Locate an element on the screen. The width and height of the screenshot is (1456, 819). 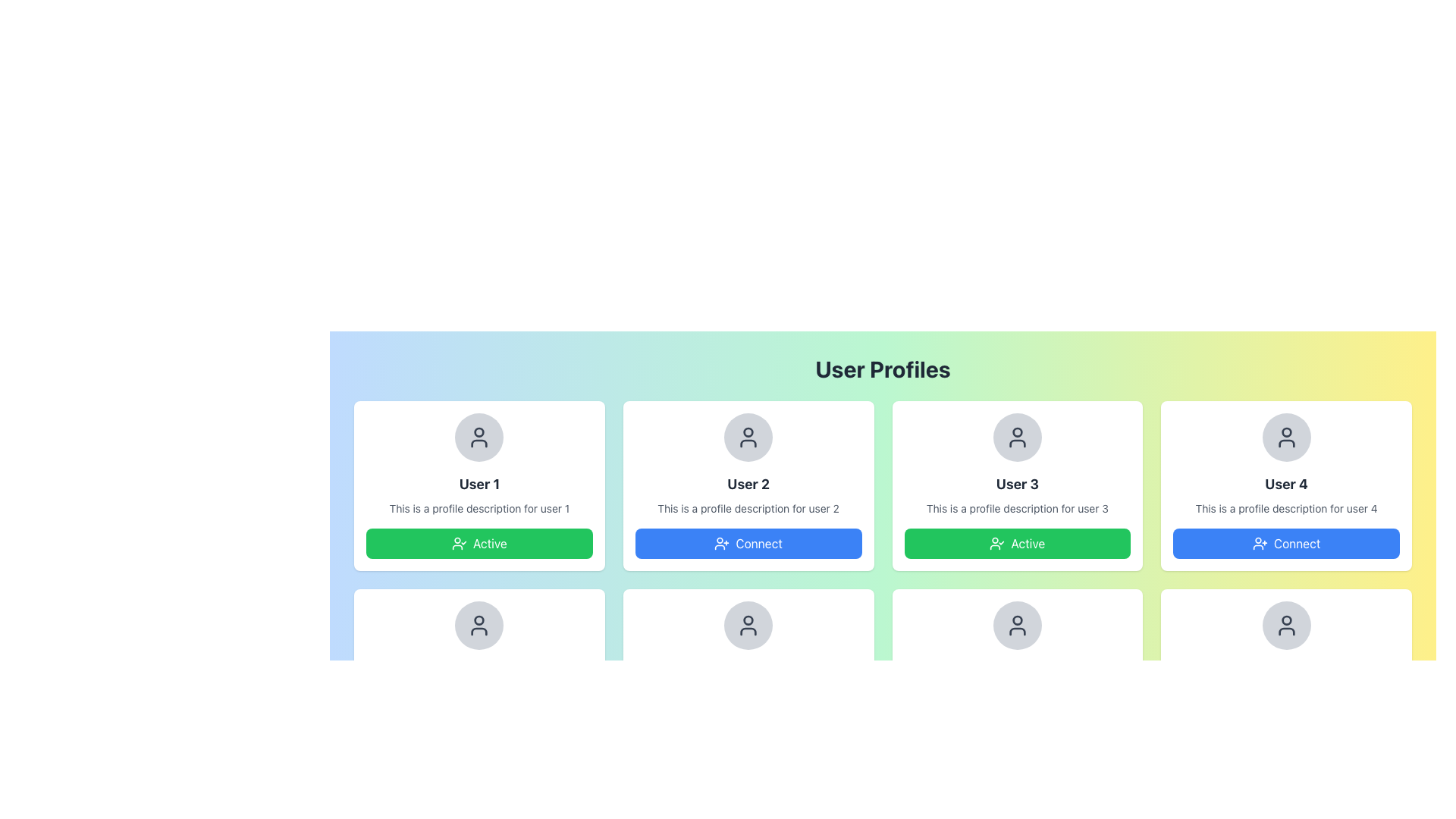
the text element that reads 'This is a profile description for user 2', which is styled in small gray font and located within the card for 'User 2', positioned beneath the name and above the 'Connect' button is located at coordinates (748, 509).